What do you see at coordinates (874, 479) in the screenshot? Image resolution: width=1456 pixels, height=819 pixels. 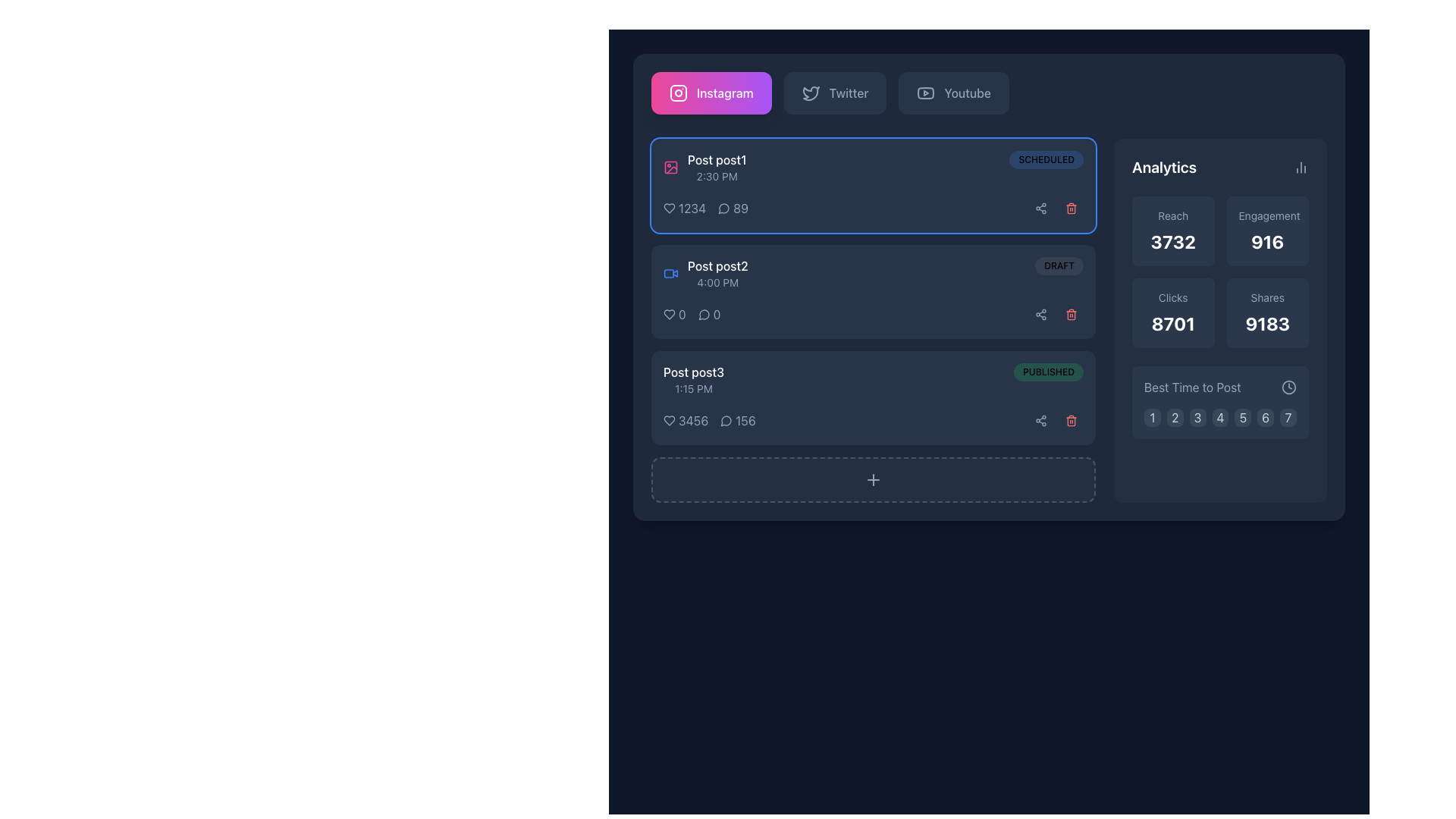 I see `the '+' icon button located at the bottom of the post panel to trigger a visual effect` at bounding box center [874, 479].